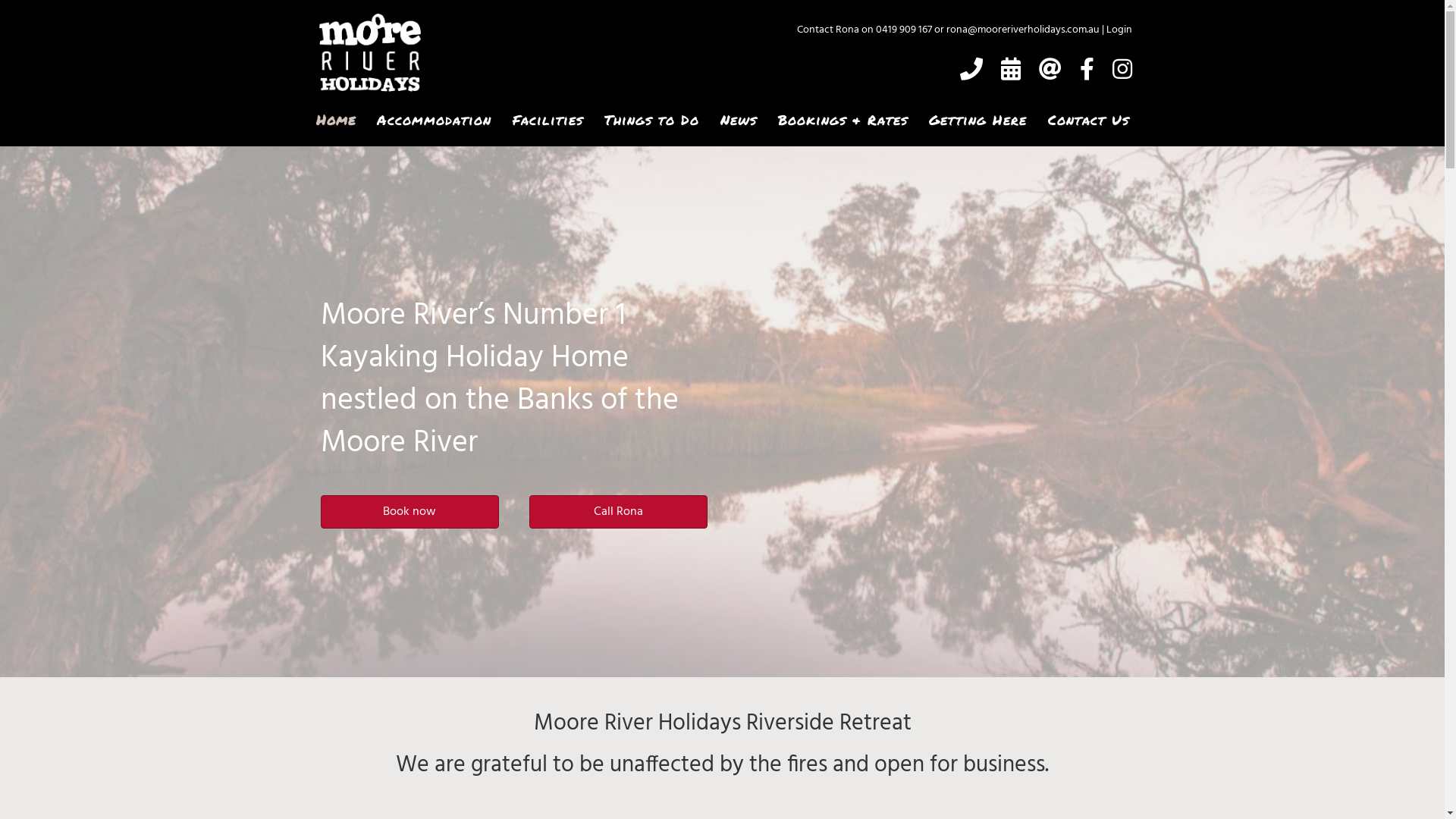 Image resolution: width=1456 pixels, height=819 pixels. What do you see at coordinates (1087, 119) in the screenshot?
I see `'Contact Us'` at bounding box center [1087, 119].